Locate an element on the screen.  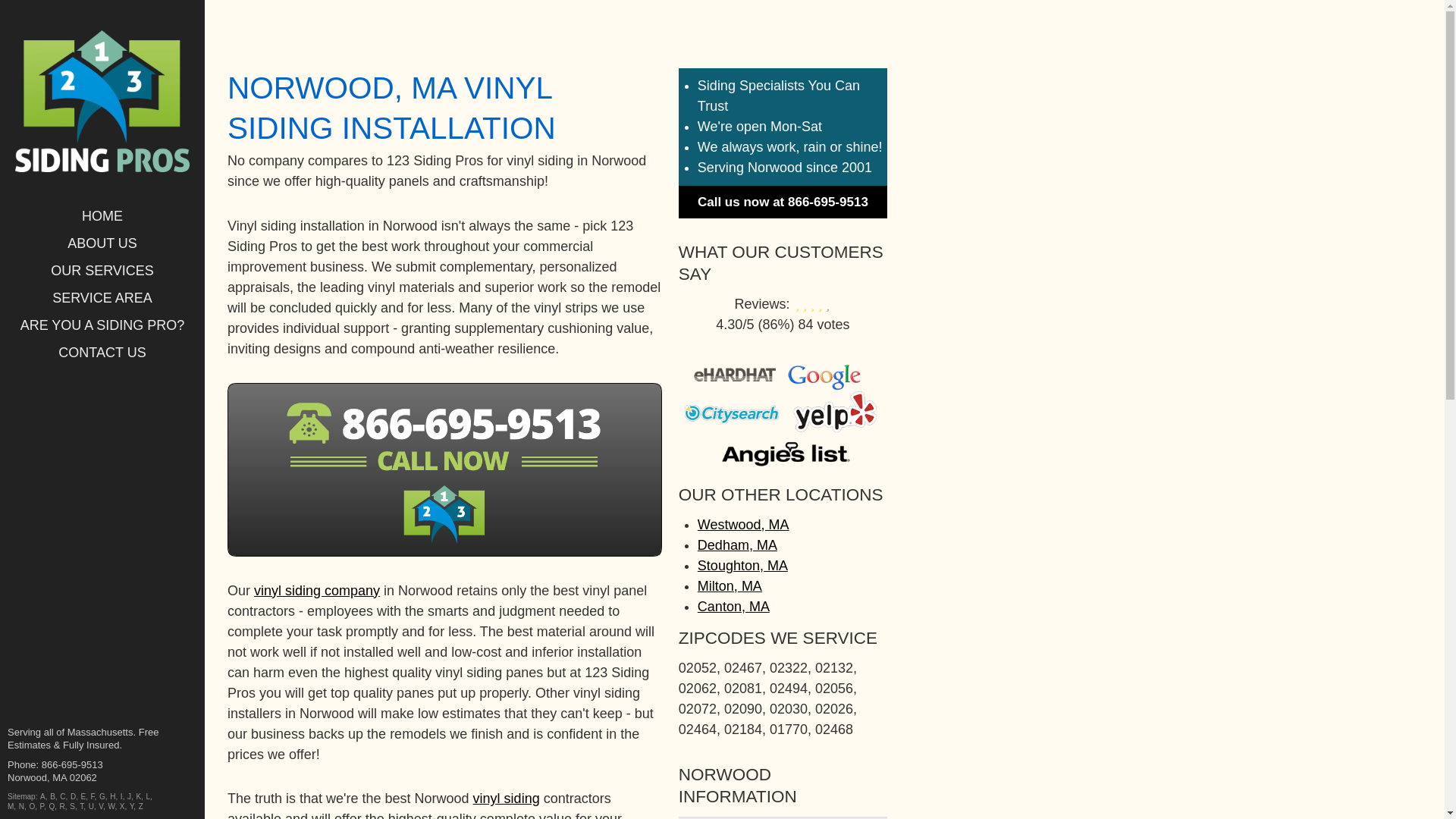
'ABOUT US' is located at coordinates (101, 242).